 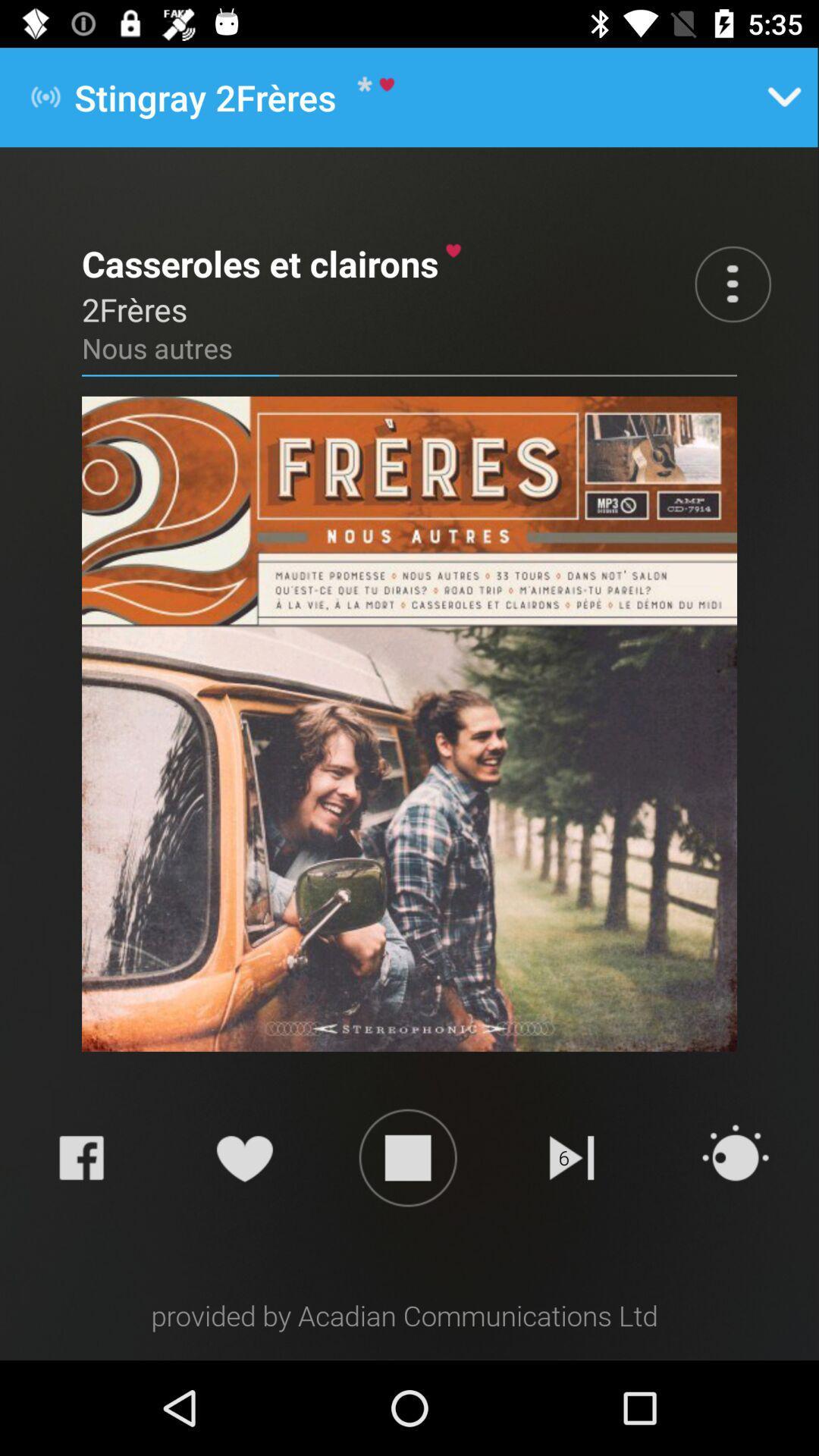 What do you see at coordinates (243, 1156) in the screenshot?
I see `the favorite icon` at bounding box center [243, 1156].